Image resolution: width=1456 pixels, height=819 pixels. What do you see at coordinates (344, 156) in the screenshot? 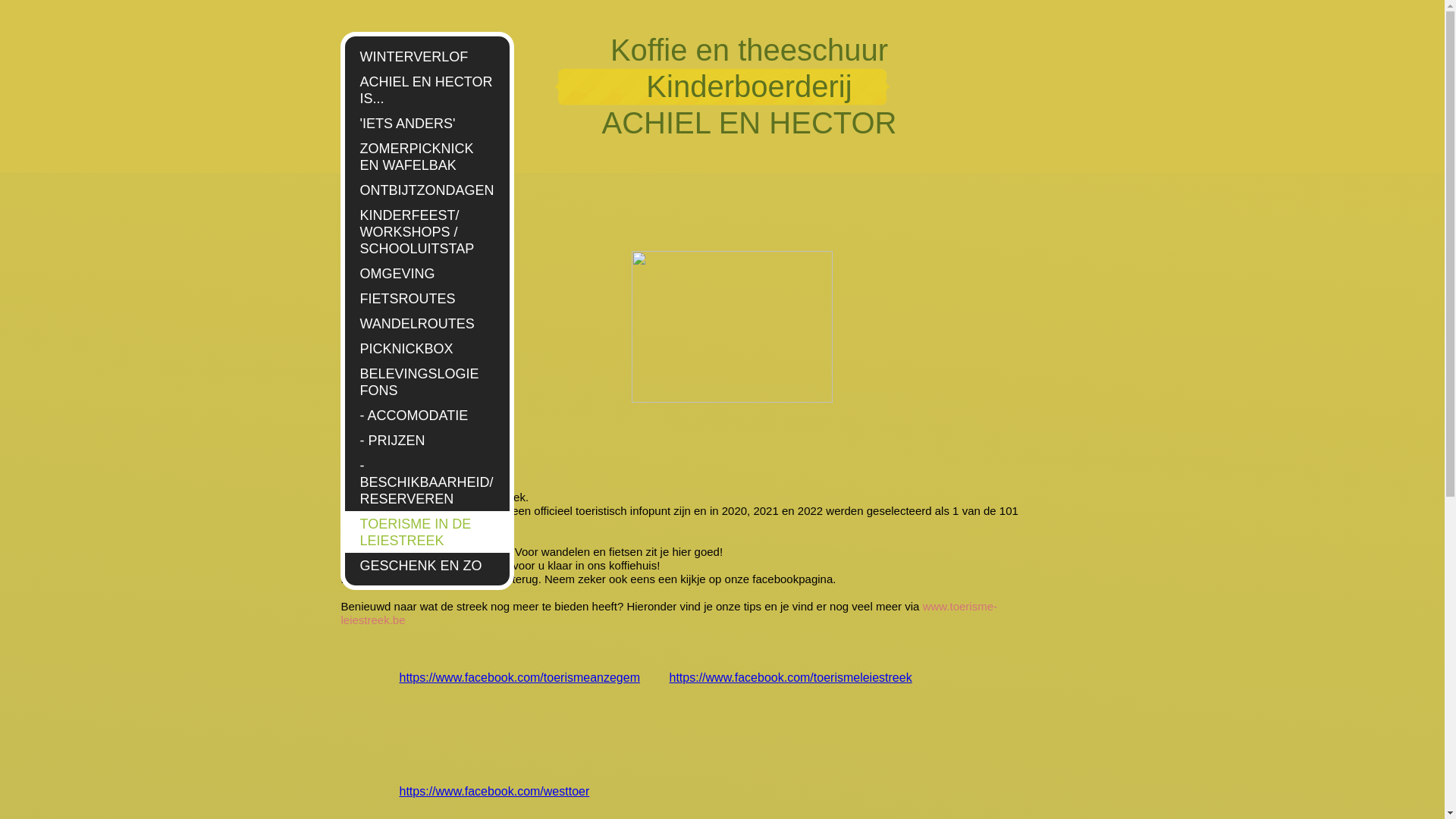
I see `'ZOMERPICKNICK EN WAFELBAK'` at bounding box center [344, 156].